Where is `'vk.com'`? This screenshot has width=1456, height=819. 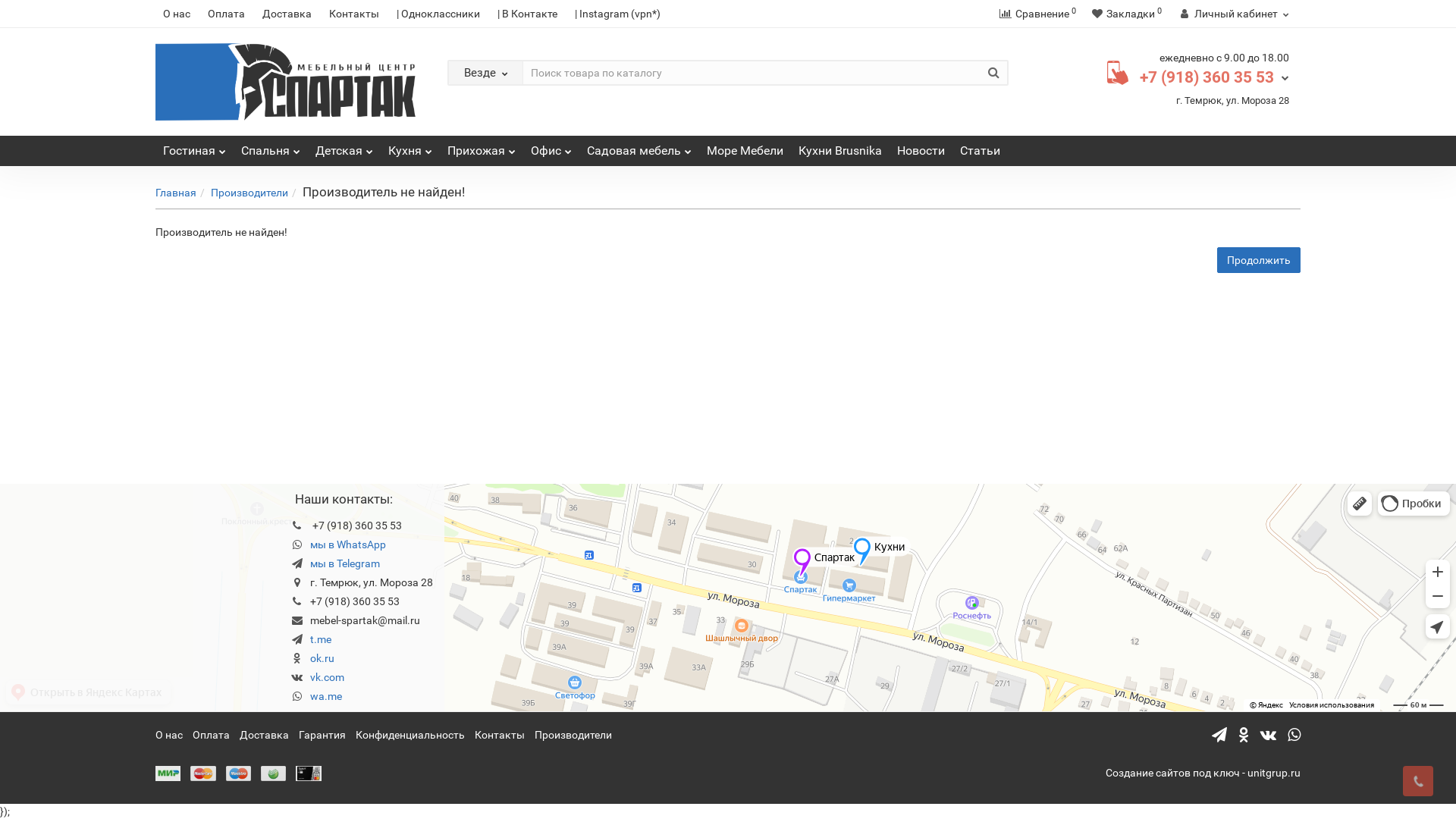
'vk.com' is located at coordinates (326, 676).